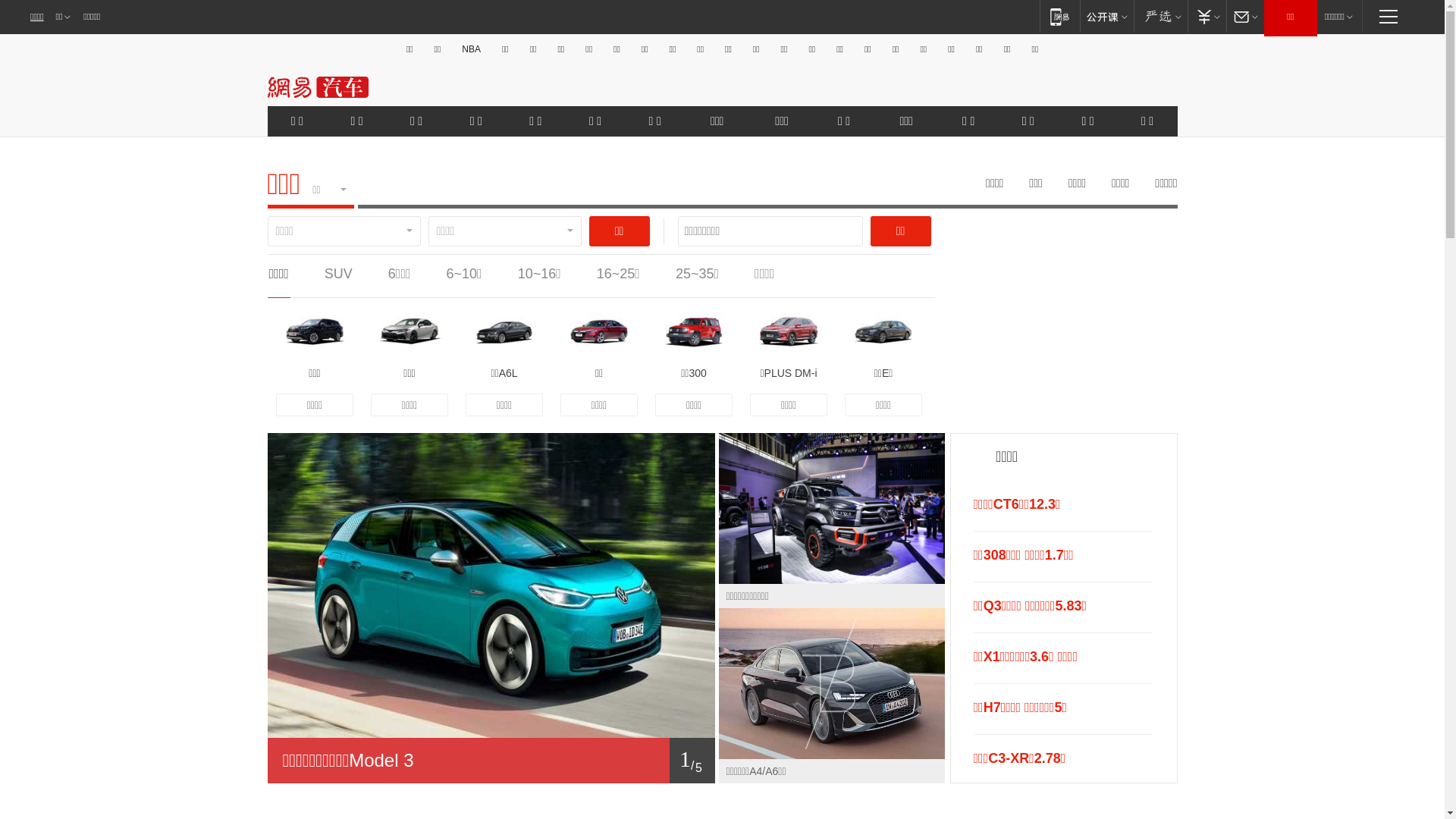  Describe the element at coordinates (337, 274) in the screenshot. I see `'SUV'` at that location.